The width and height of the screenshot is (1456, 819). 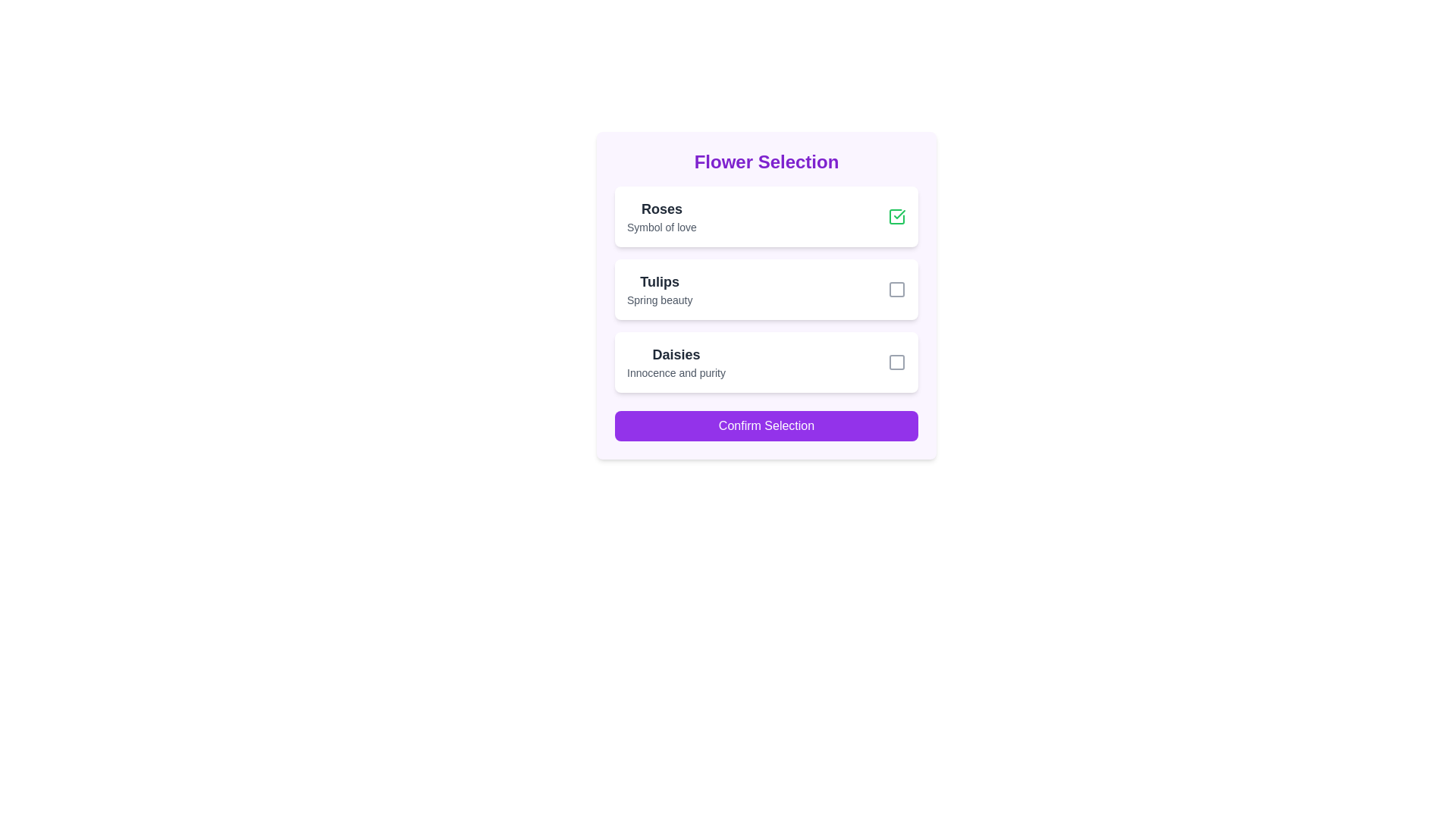 What do you see at coordinates (660, 281) in the screenshot?
I see `the text label displaying 'Tulips' in bold, dark gray font, located at the top of the 'Tulips - Spring beauty' selection card in the 'Flower Selection' modal` at bounding box center [660, 281].